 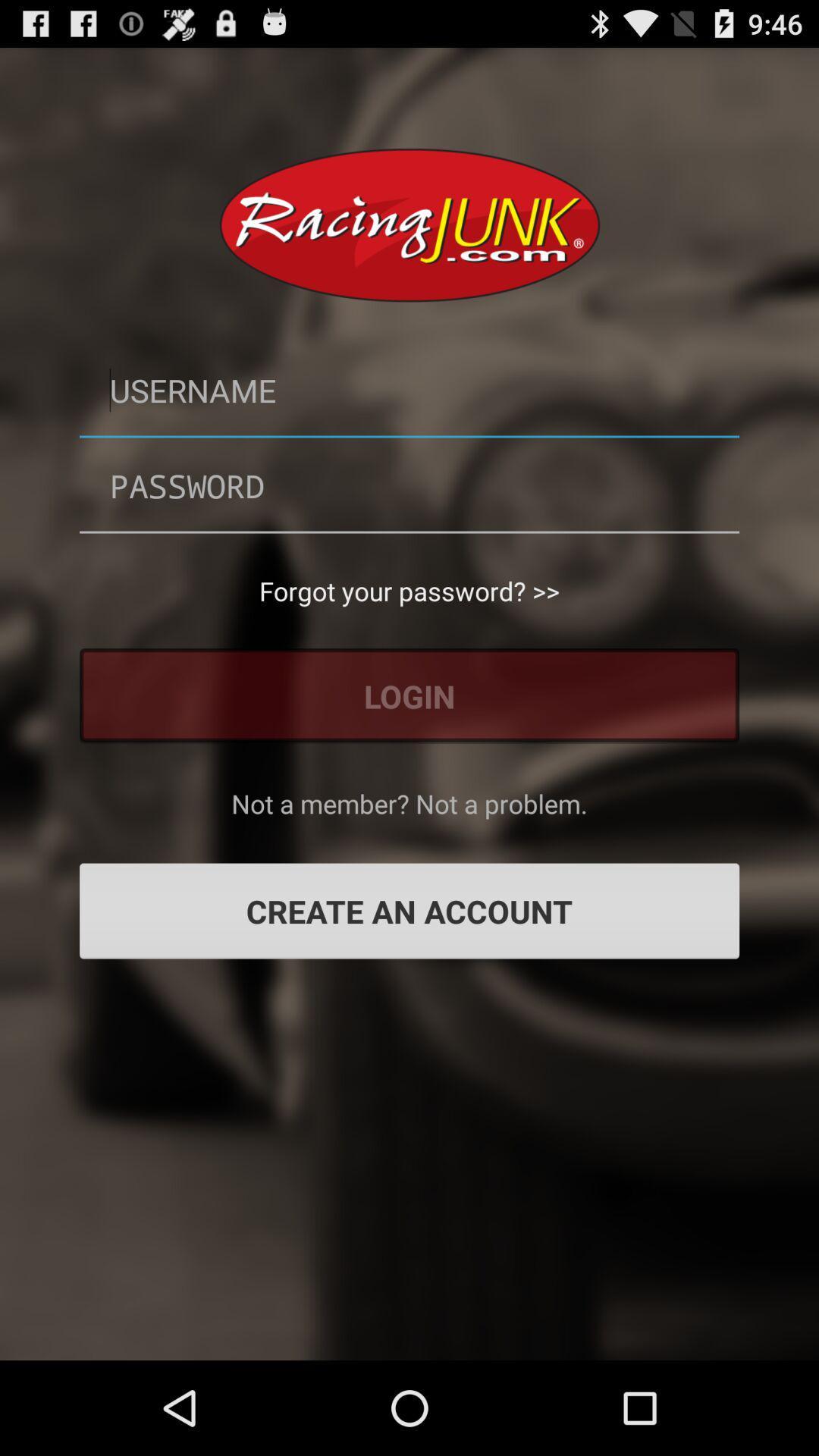 I want to click on password, so click(x=409, y=485).